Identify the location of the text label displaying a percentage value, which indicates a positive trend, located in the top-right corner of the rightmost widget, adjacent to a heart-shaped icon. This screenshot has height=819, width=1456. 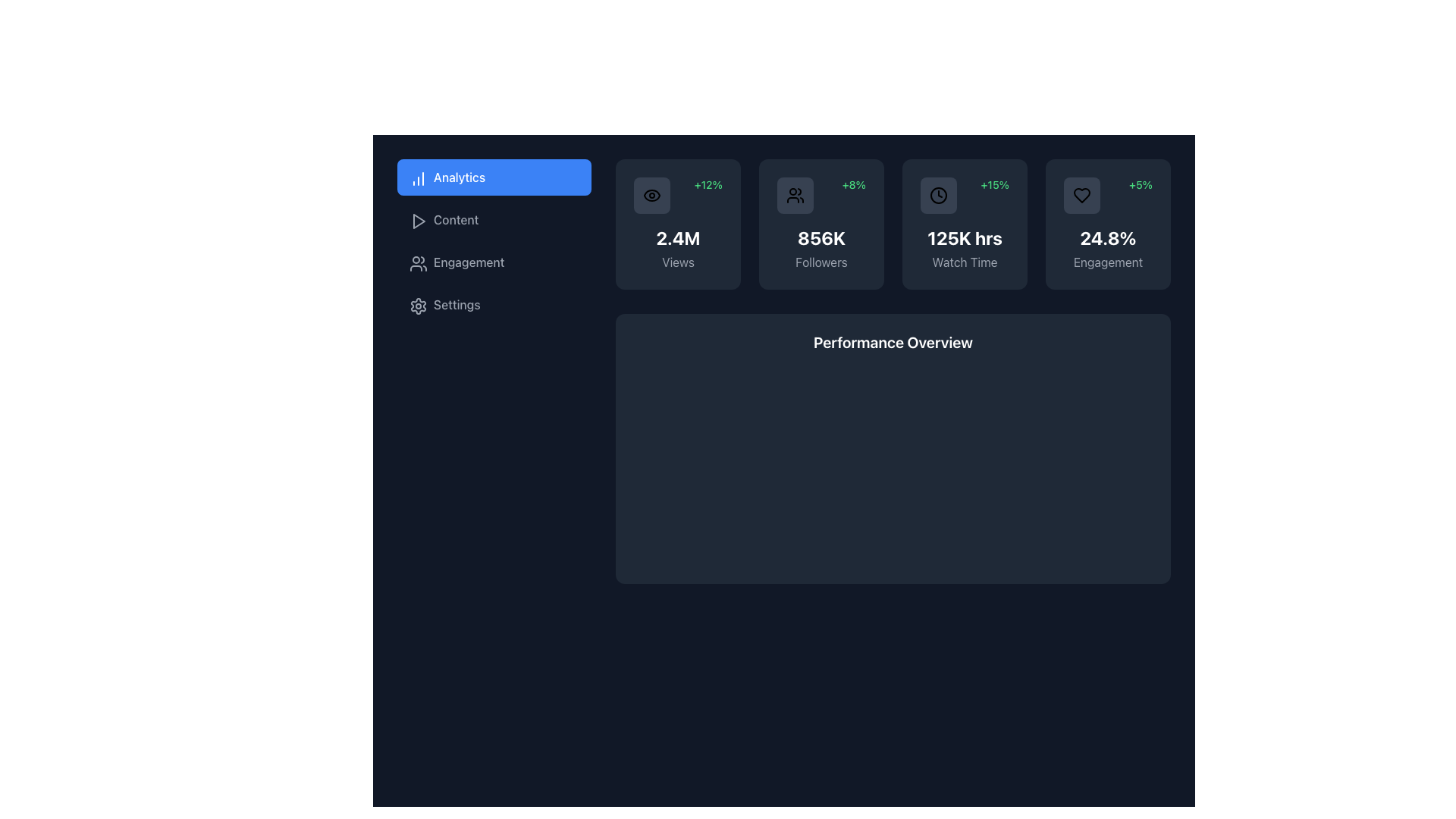
(1141, 184).